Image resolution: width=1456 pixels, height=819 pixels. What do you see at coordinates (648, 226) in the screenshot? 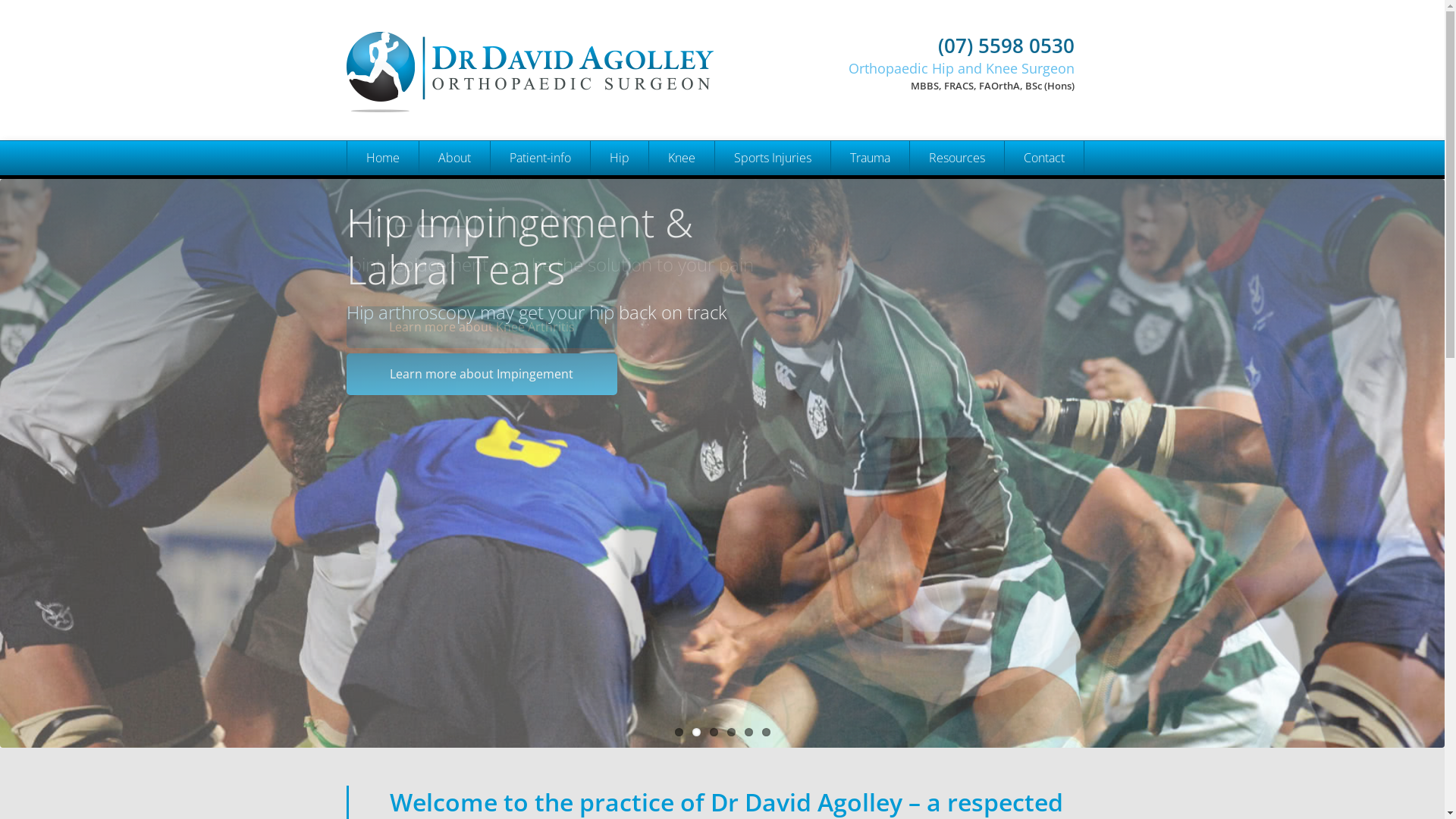
I see `'Knee Replacement'` at bounding box center [648, 226].